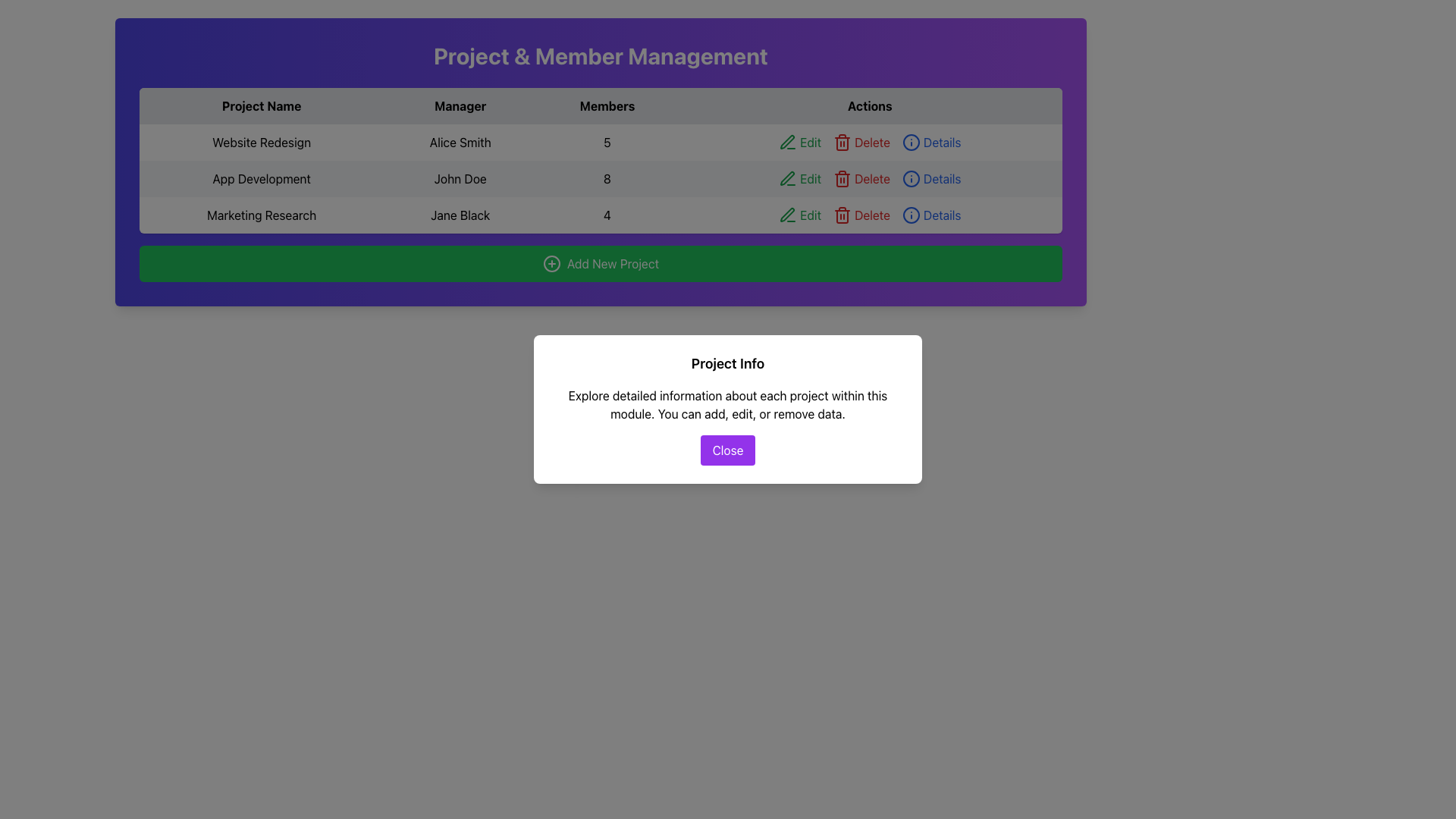 This screenshot has height=819, width=1456. I want to click on the 'Project Info' text header, which is styled with a larger font size, bold weight, and black color, located at the top center of the modal dialog box, so click(728, 363).